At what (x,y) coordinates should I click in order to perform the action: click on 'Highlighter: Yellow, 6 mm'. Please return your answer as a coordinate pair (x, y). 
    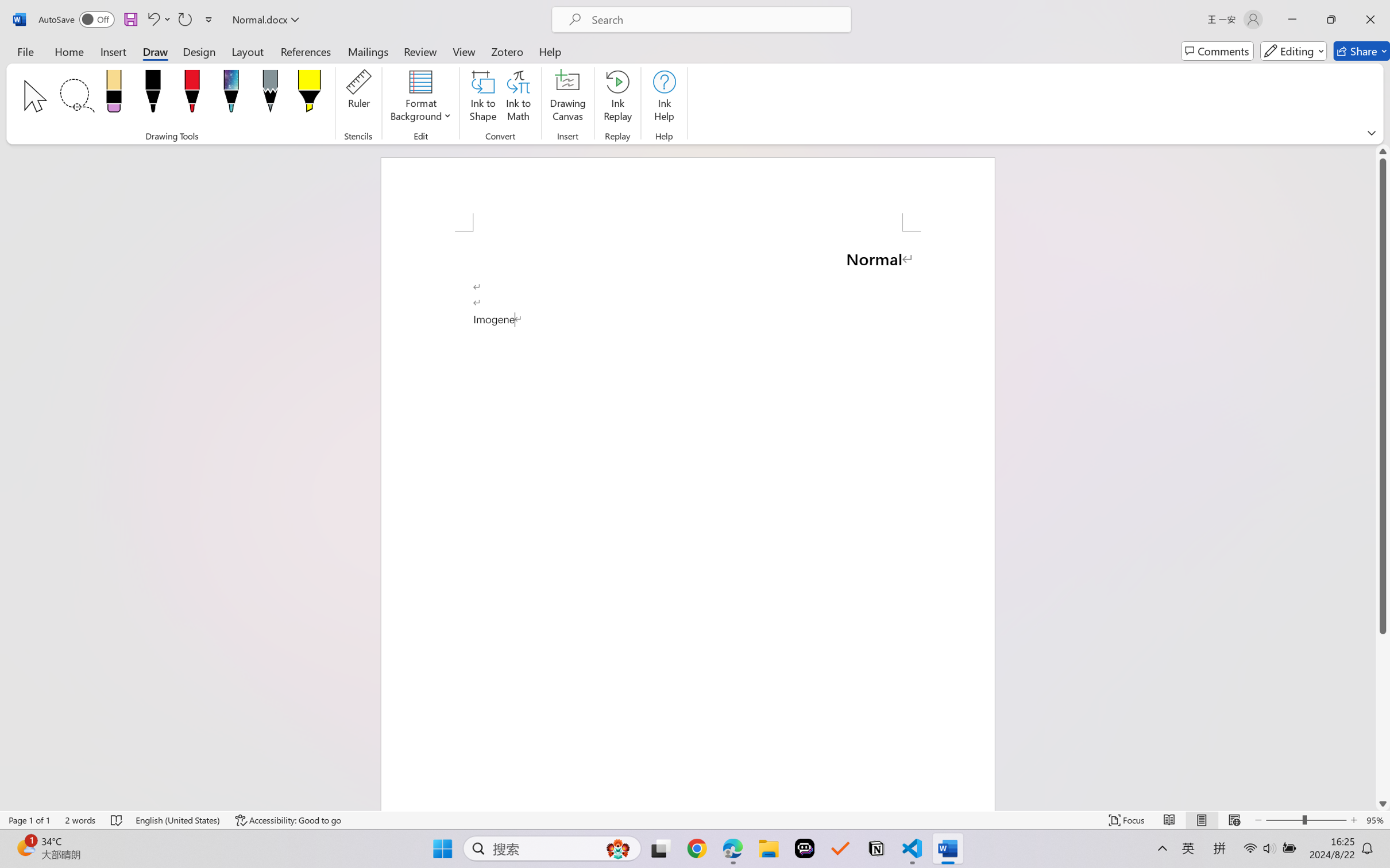
    Looking at the image, I should click on (310, 94).